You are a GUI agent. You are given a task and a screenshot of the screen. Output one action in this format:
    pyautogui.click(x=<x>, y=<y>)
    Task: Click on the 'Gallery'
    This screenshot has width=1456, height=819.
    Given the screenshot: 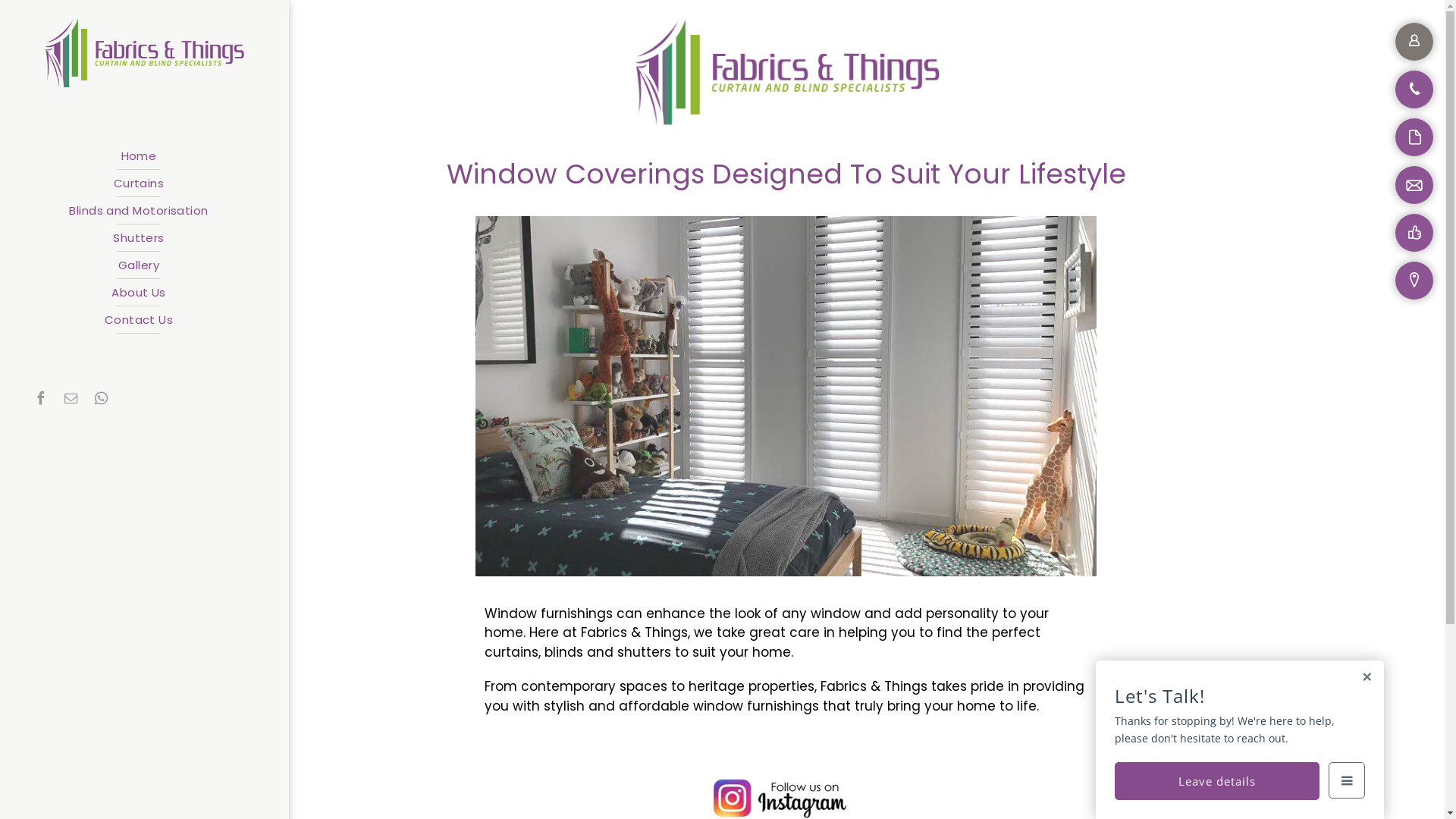 What is the action you would take?
    pyautogui.click(x=138, y=264)
    